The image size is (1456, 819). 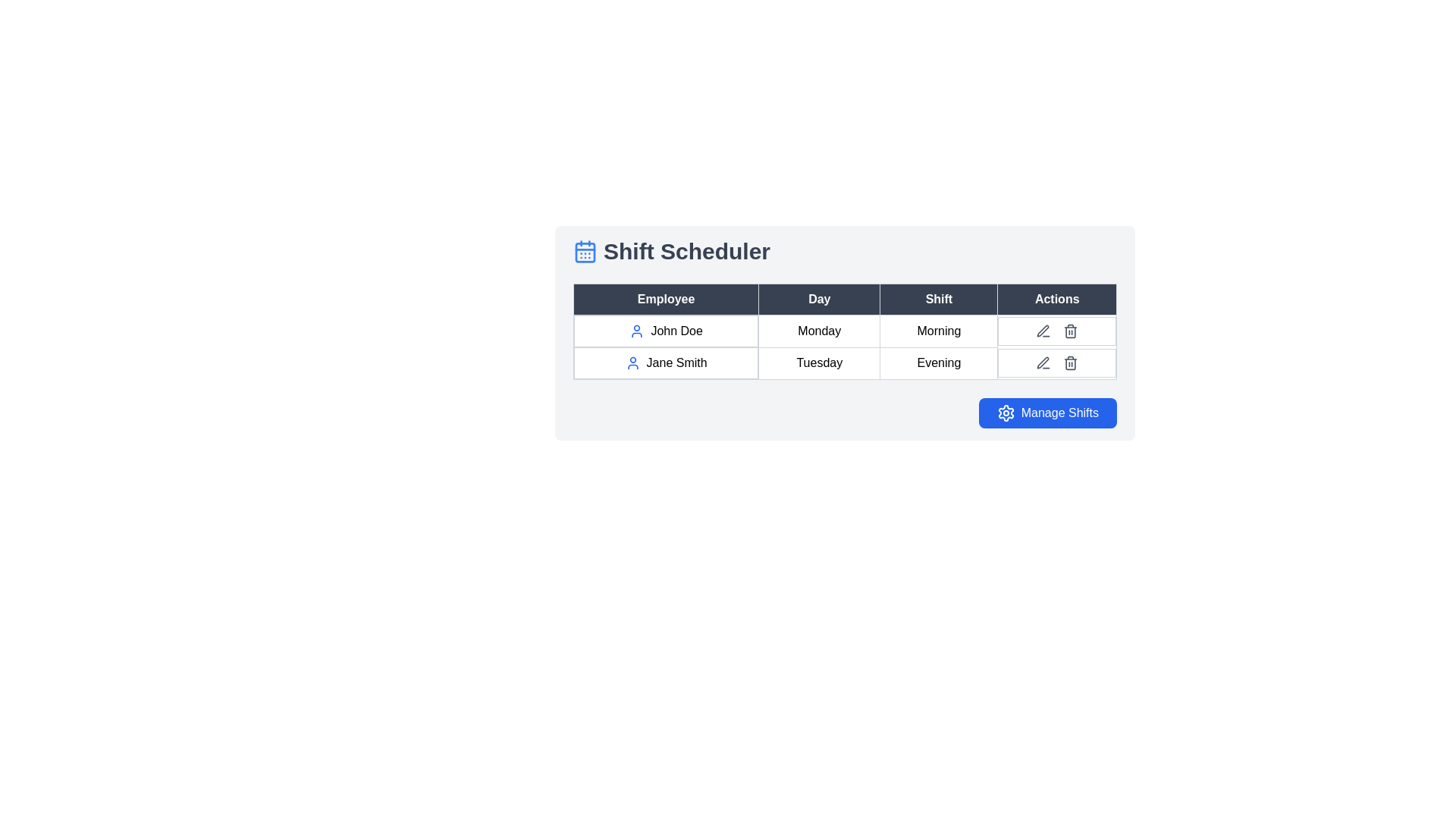 I want to click on the edit icon in the 'Actions' column of the second row in the table to modify the data for 'Jane Smith', so click(x=1043, y=330).